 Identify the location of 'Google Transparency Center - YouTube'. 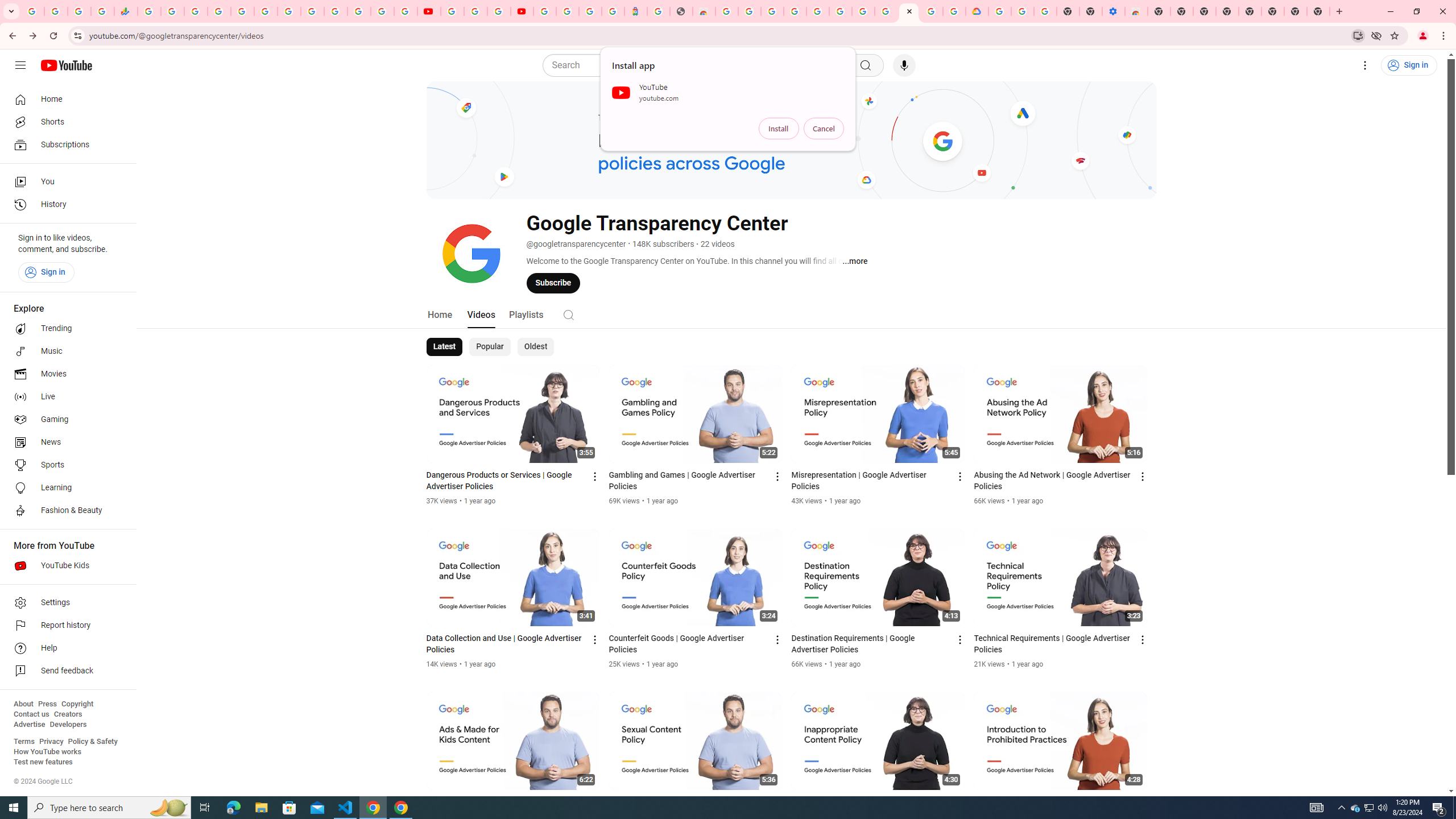
(908, 11).